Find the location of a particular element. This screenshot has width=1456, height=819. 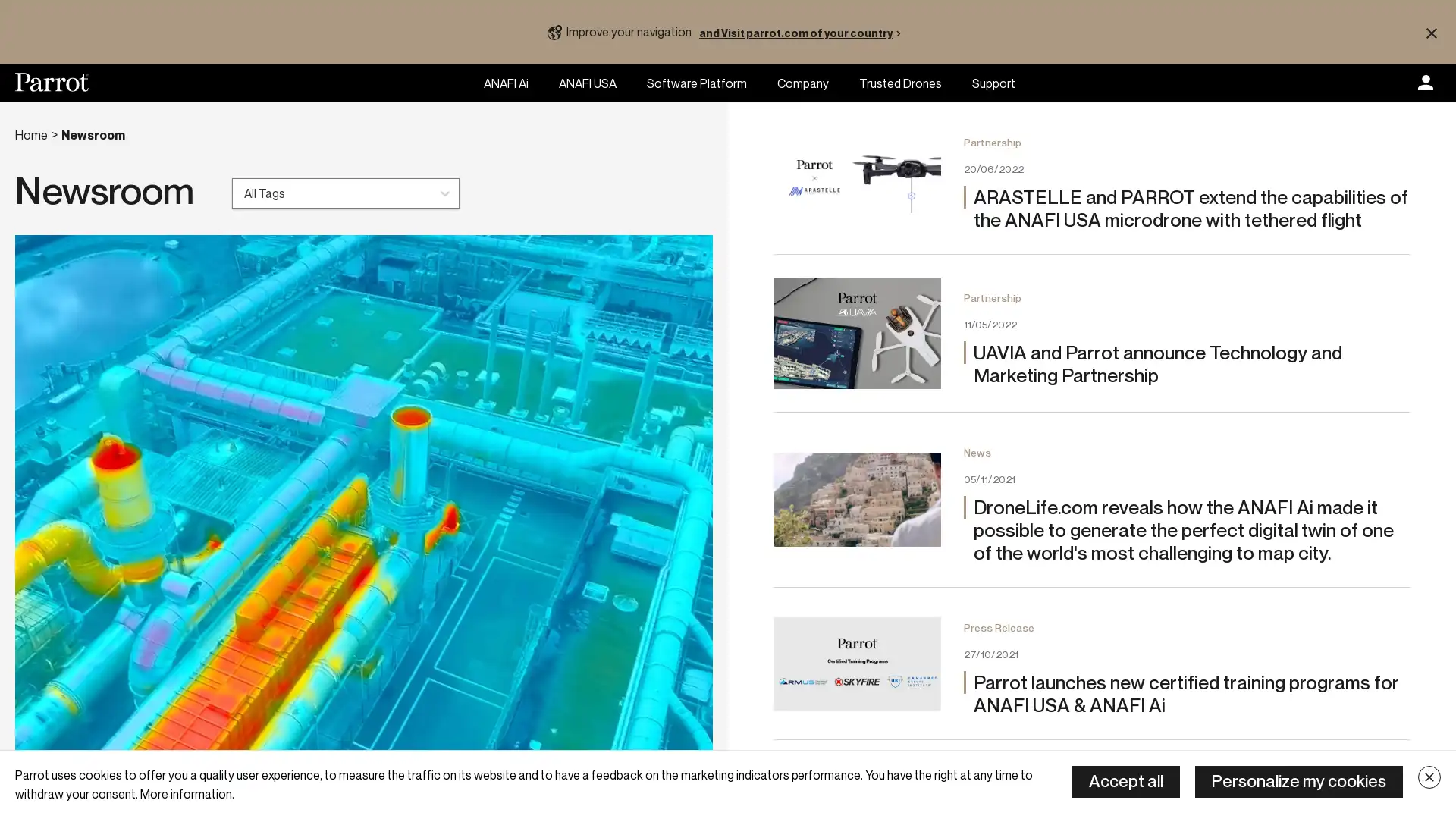

Personalize my cookies is located at coordinates (1298, 781).